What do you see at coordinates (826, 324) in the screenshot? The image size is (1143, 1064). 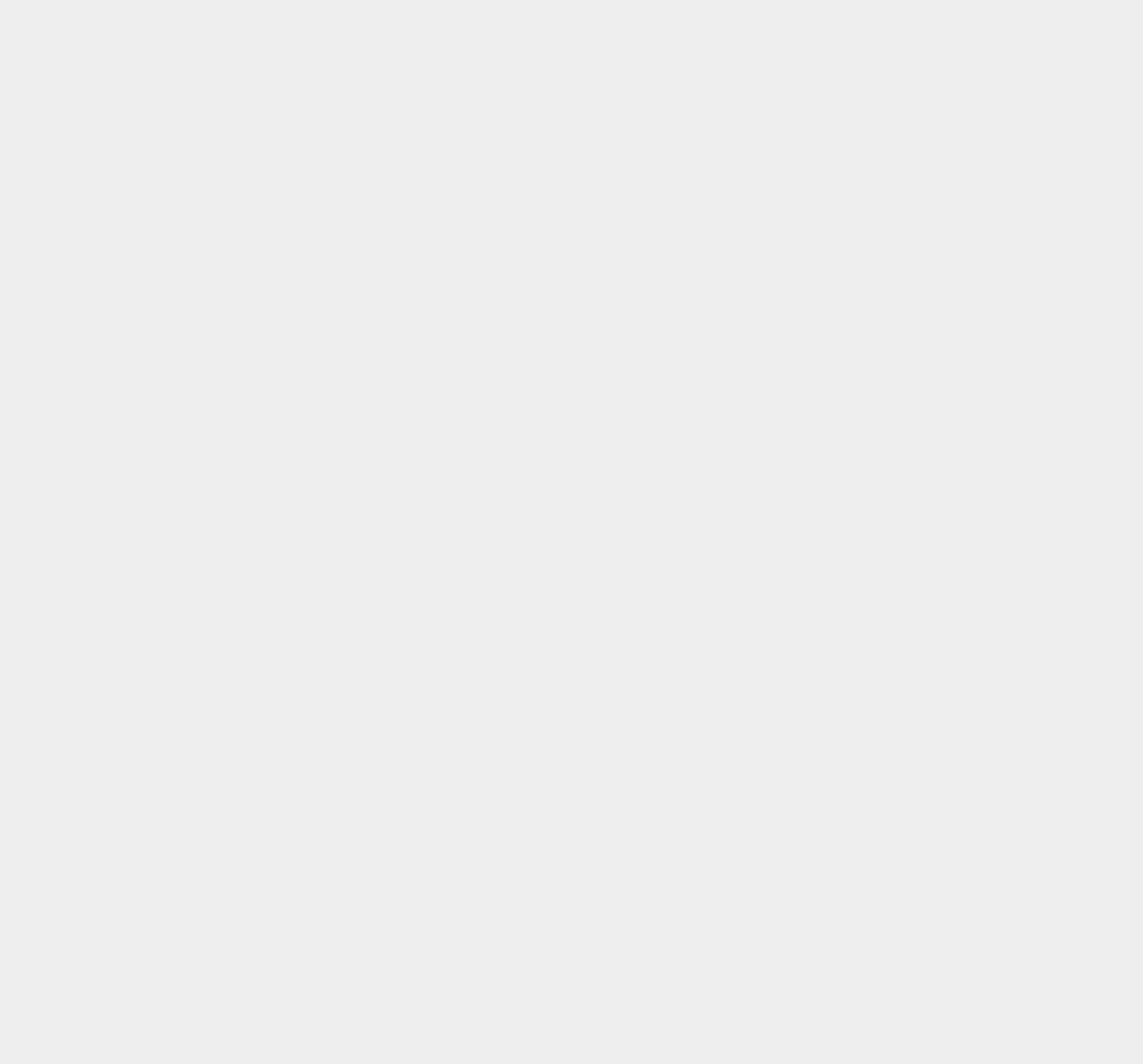 I see `'Opera'` at bounding box center [826, 324].